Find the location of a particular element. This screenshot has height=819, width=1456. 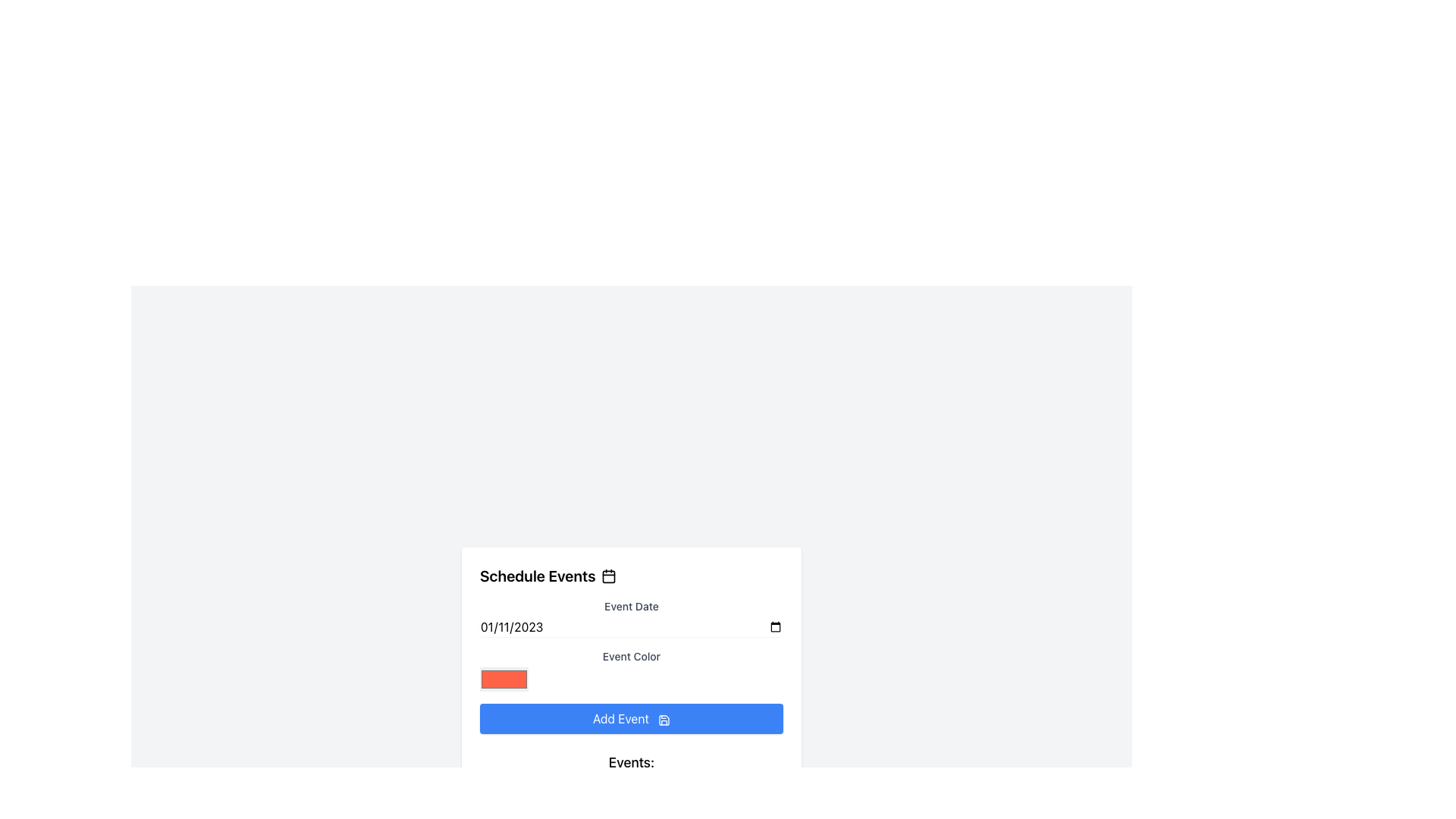

the Icon representing scheduling or calendar functionalities, located to the right of the 'Schedule Events' label in the header of a form-like section is located at coordinates (609, 576).